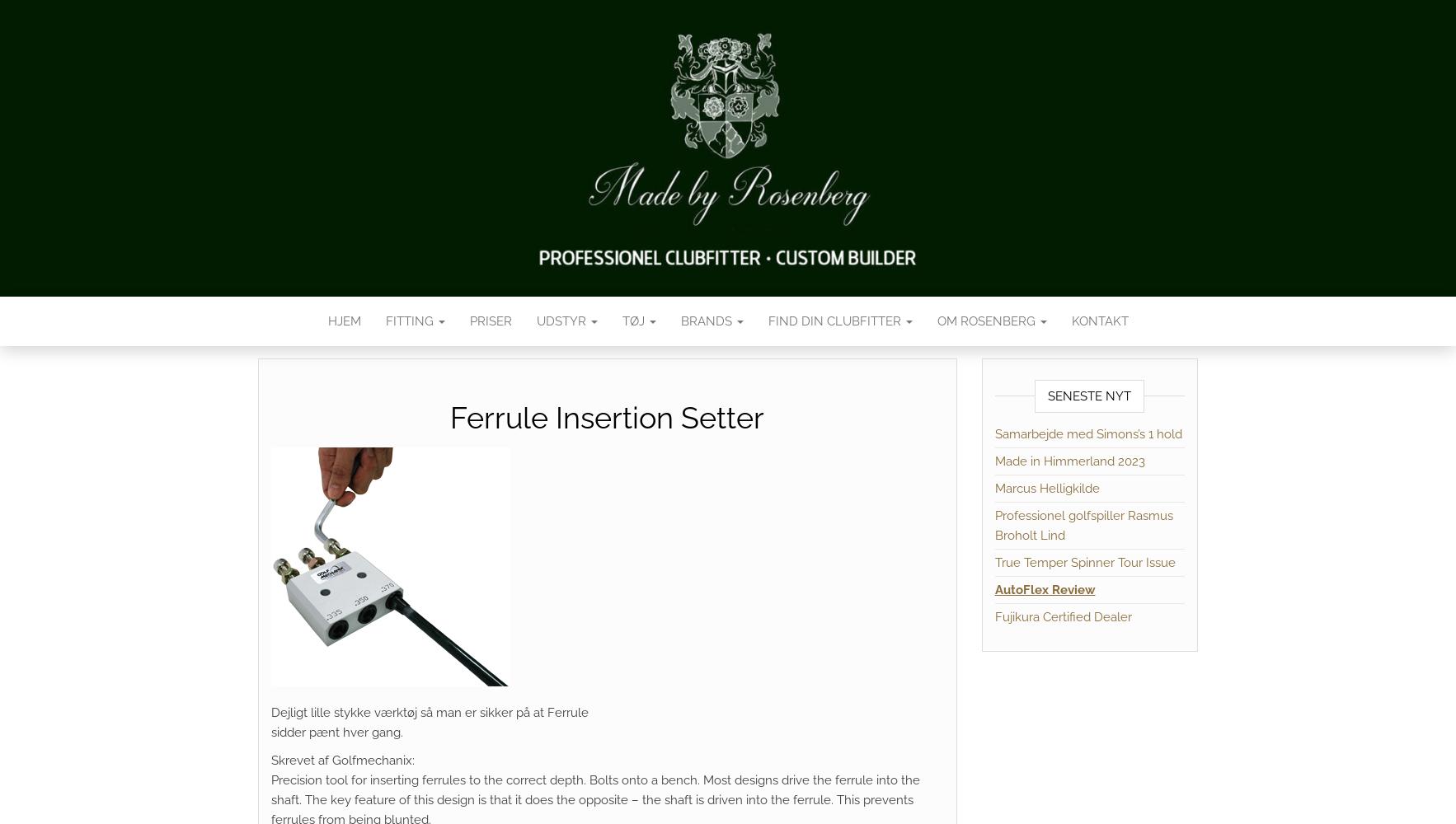 The height and width of the screenshot is (824, 1456). Describe the element at coordinates (834, 321) in the screenshot. I see `'Find din Clubfitter'` at that location.